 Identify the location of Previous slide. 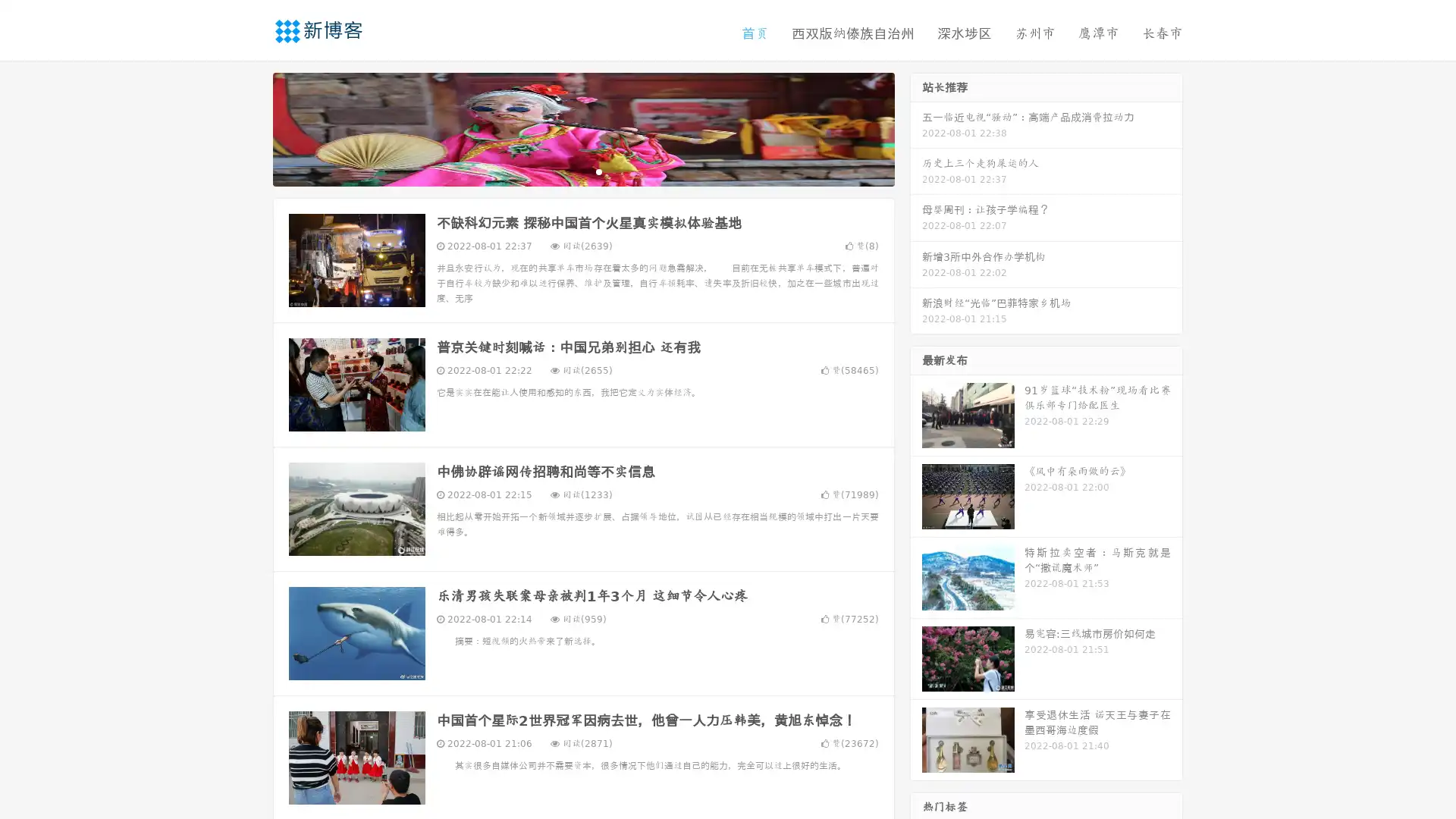
(250, 127).